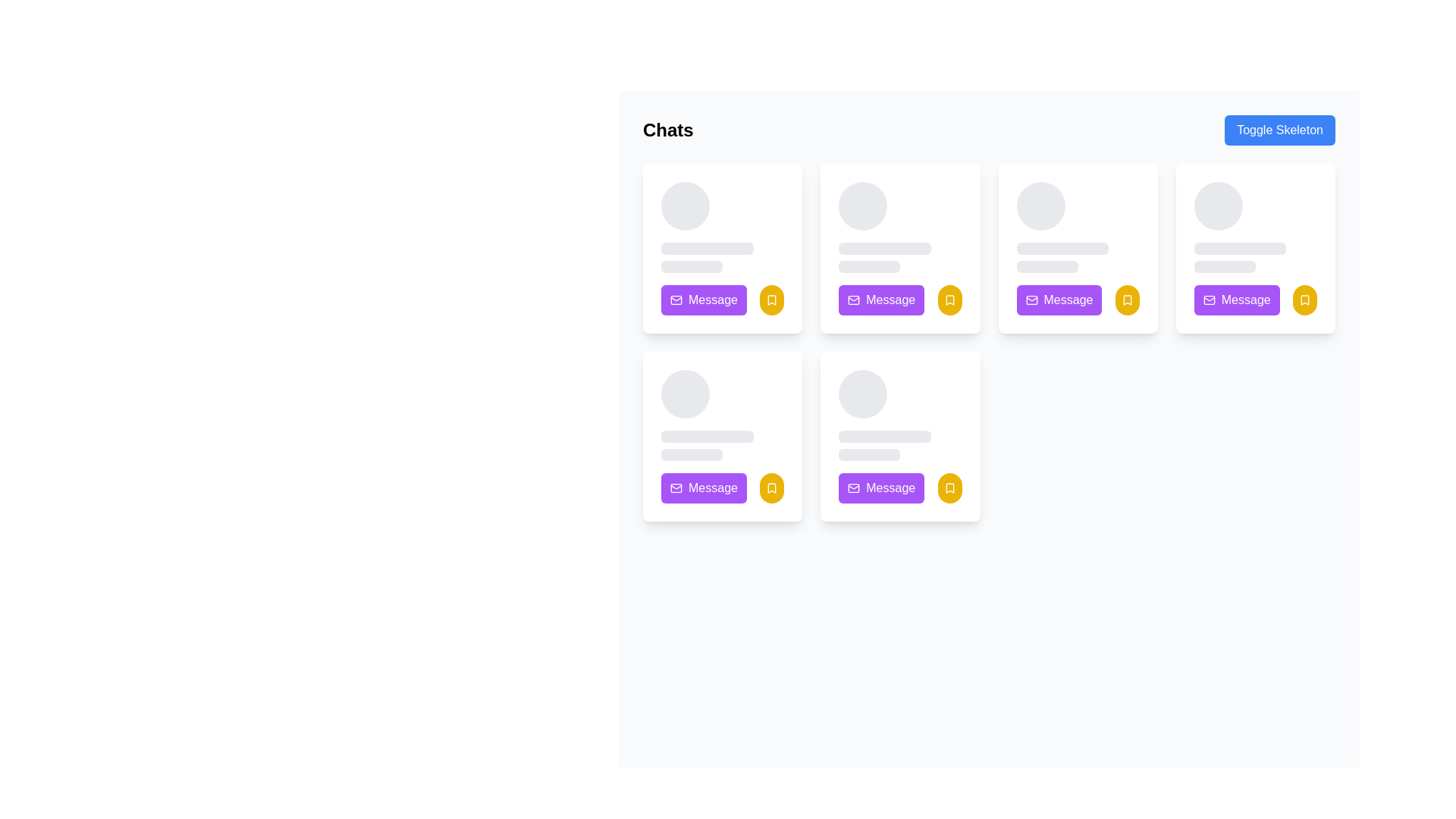 The height and width of the screenshot is (819, 1456). I want to click on the messaging icon located to the left of the 'Message' label in the bottom-left card of a 2x3 grid layout, so click(676, 488).